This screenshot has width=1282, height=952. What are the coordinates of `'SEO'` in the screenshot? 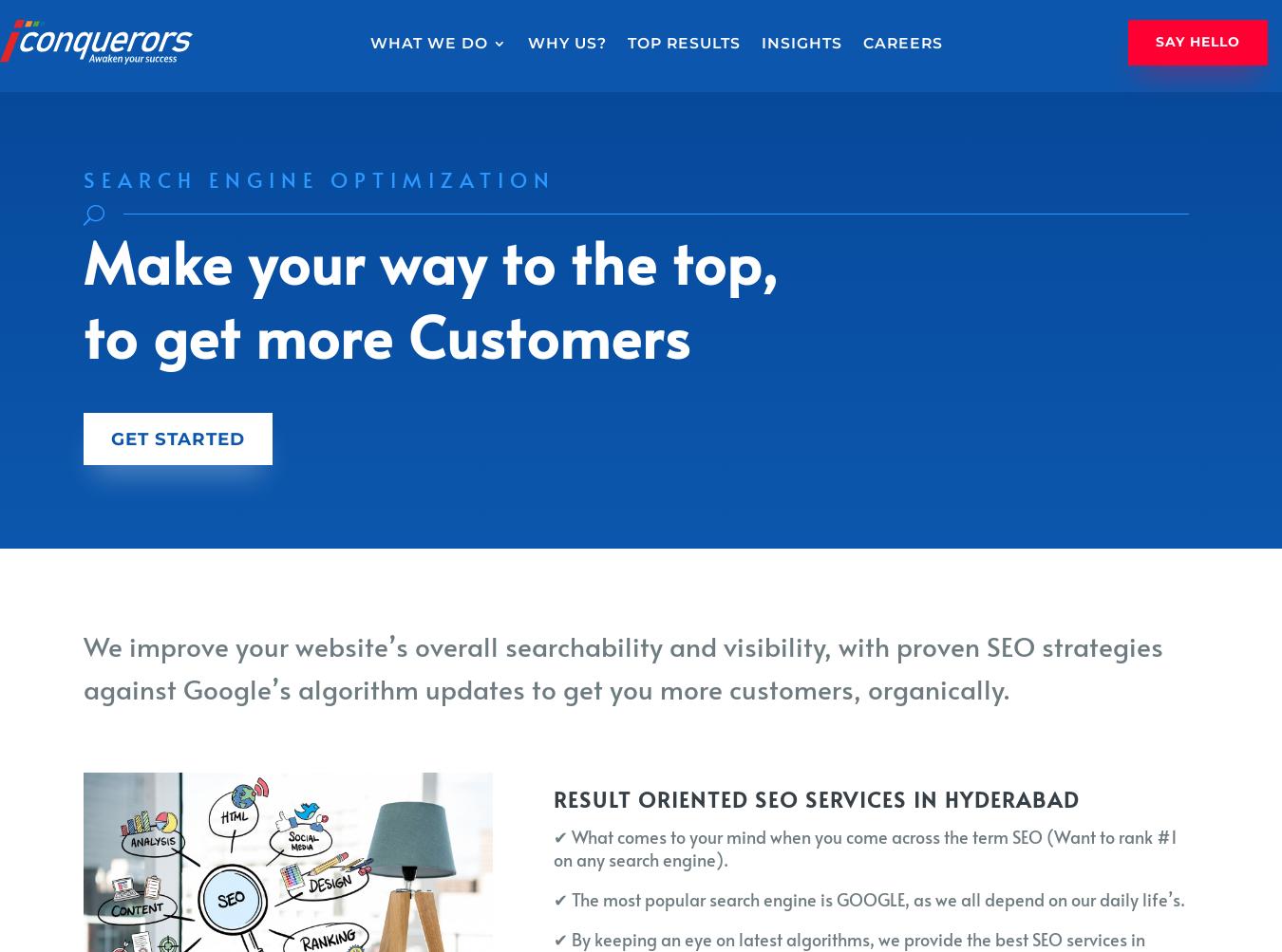 It's located at (415, 96).